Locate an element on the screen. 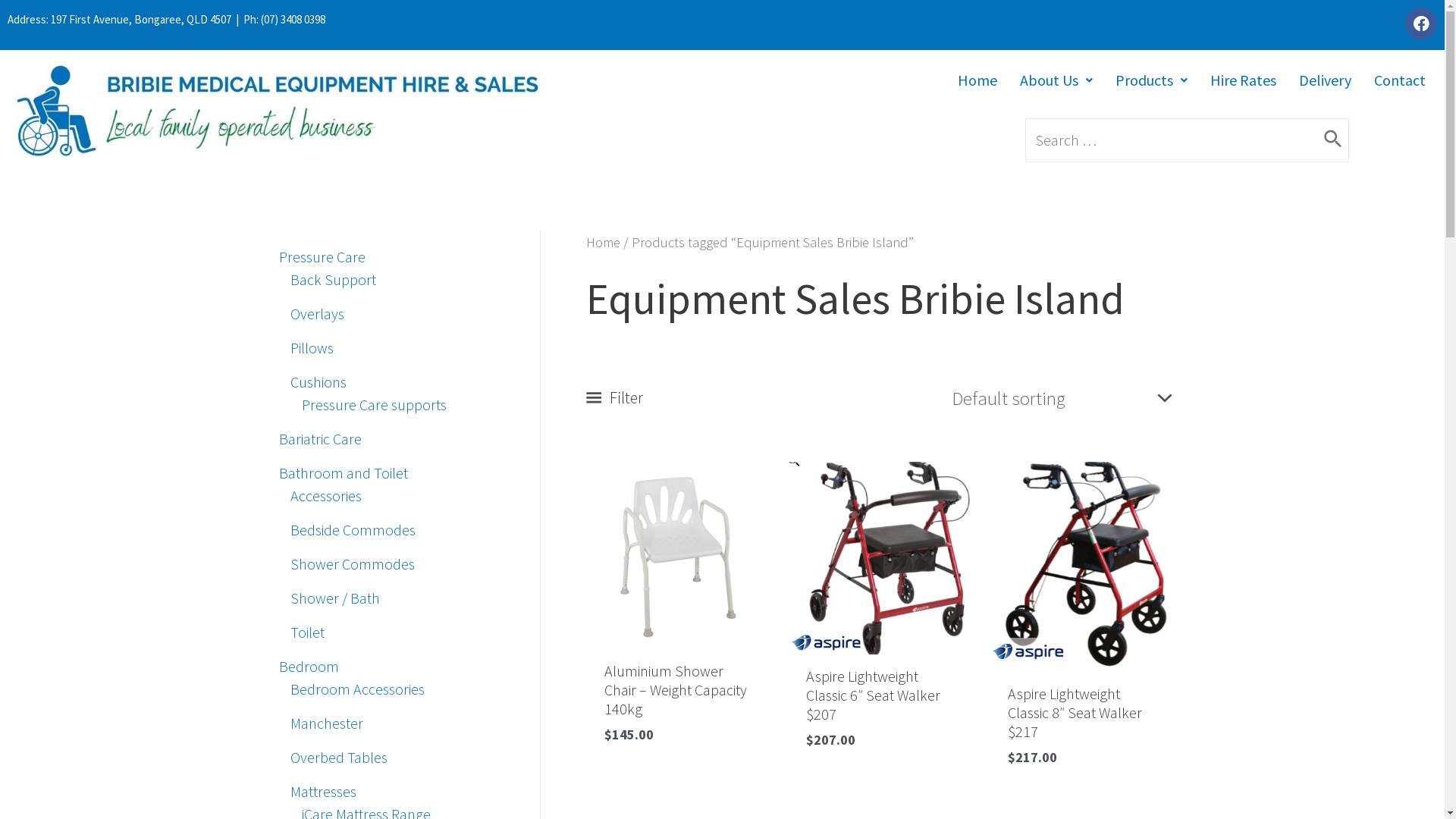 The height and width of the screenshot is (819, 1456). 'Overbed Tables' is located at coordinates (337, 757).